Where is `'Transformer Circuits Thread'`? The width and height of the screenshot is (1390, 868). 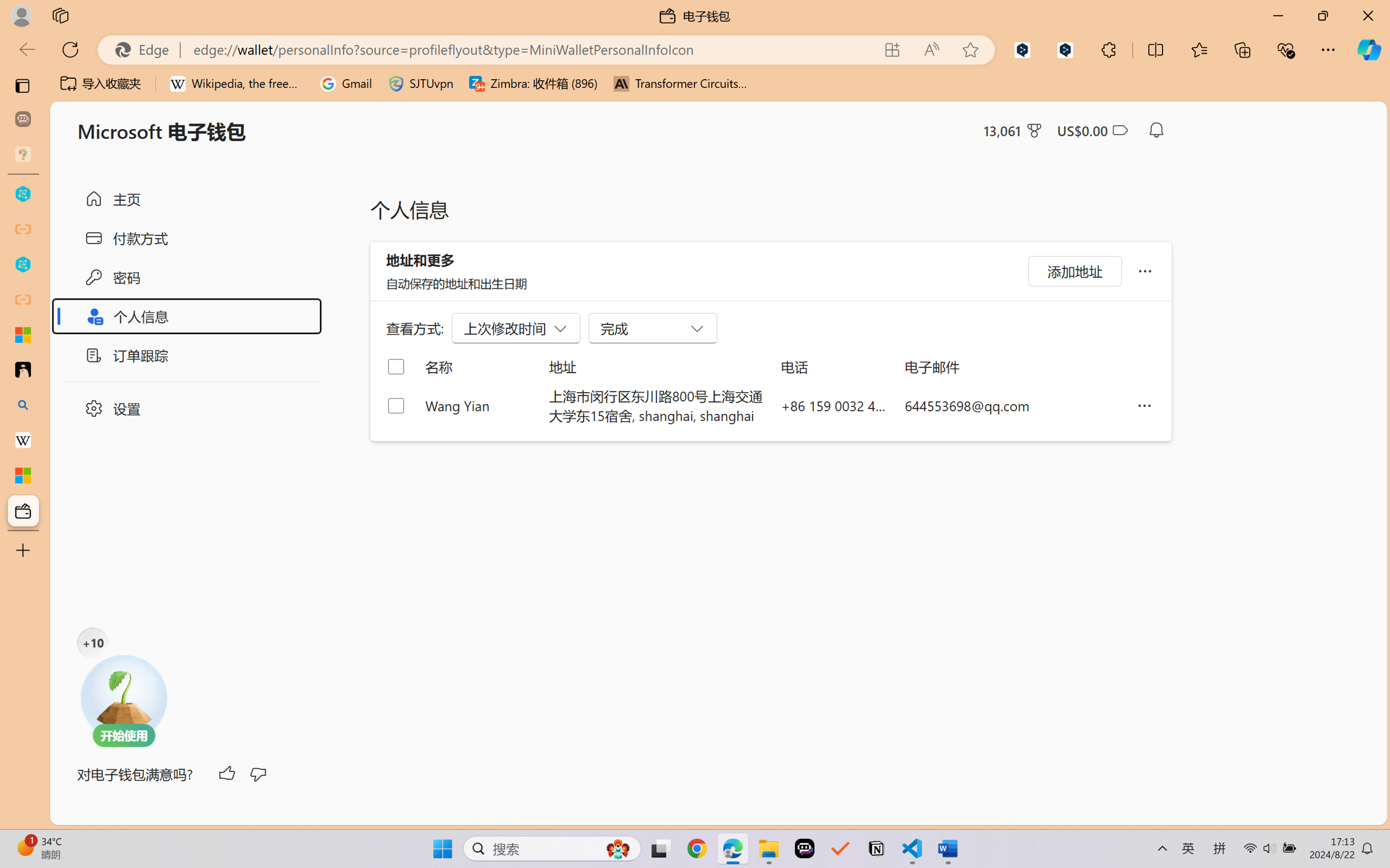 'Transformer Circuits Thread' is located at coordinates (680, 83).